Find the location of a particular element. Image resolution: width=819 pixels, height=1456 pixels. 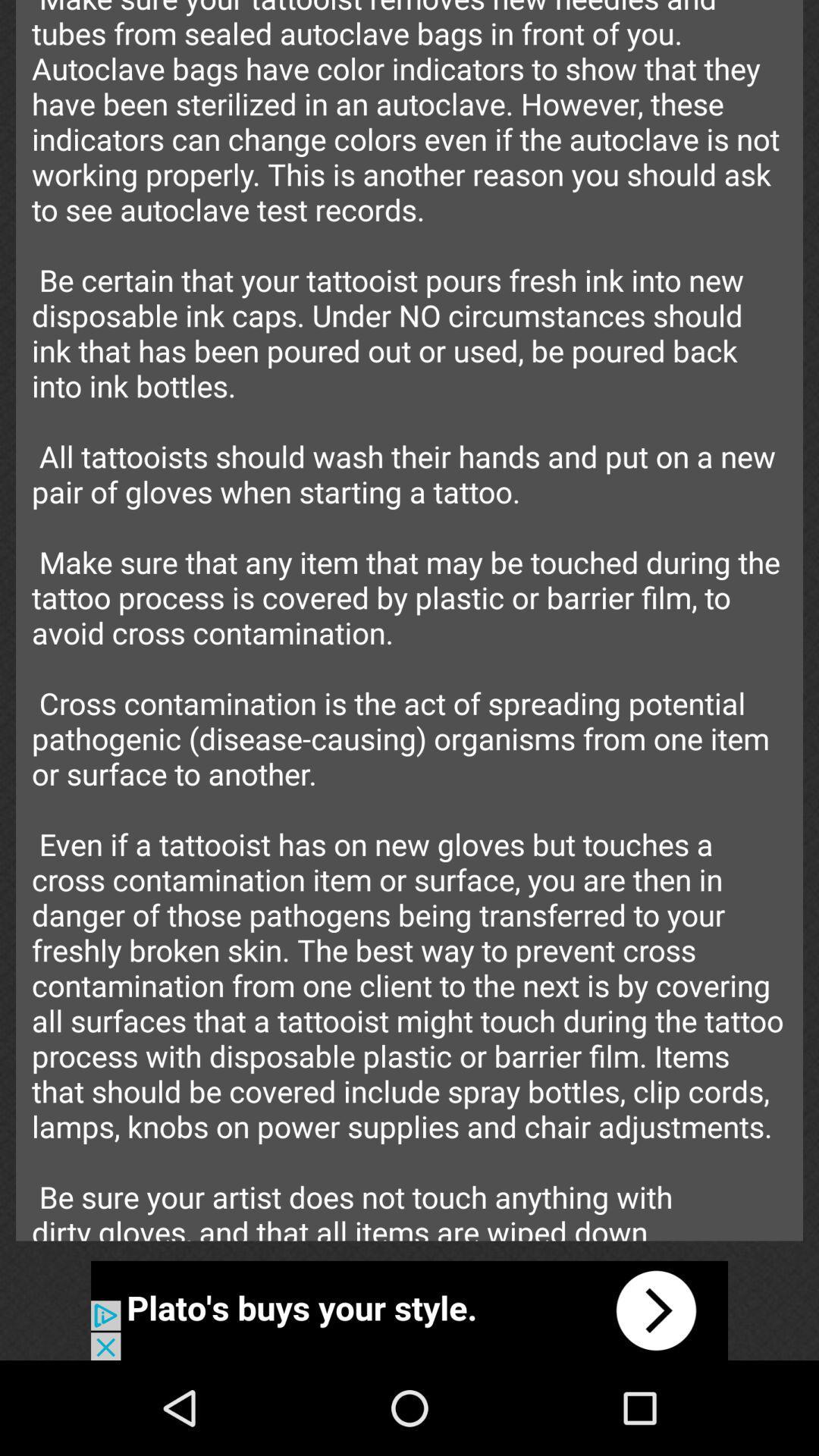

advertisement is located at coordinates (409, 1310).